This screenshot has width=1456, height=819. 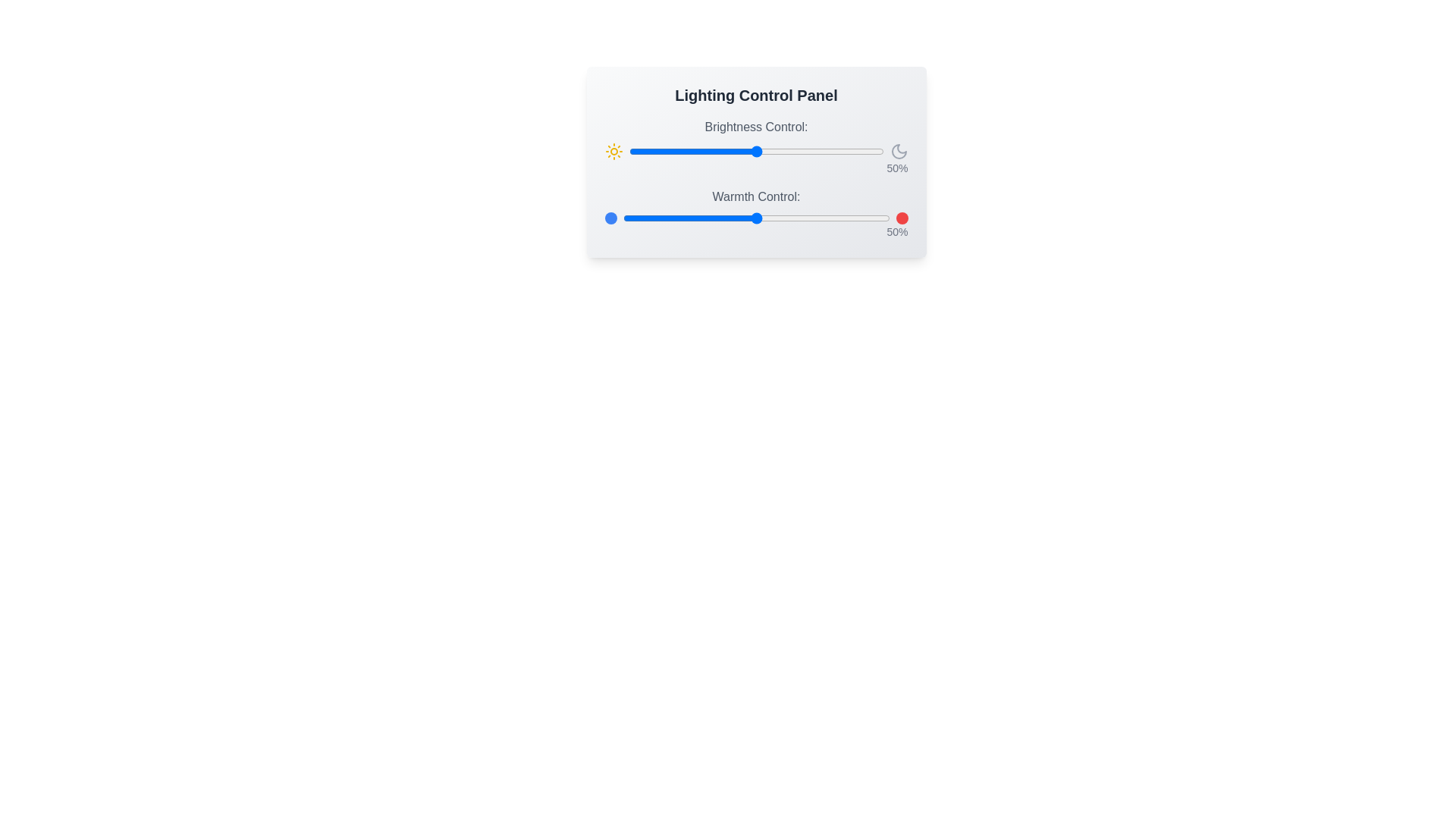 What do you see at coordinates (686, 218) in the screenshot?
I see `the warmth level` at bounding box center [686, 218].